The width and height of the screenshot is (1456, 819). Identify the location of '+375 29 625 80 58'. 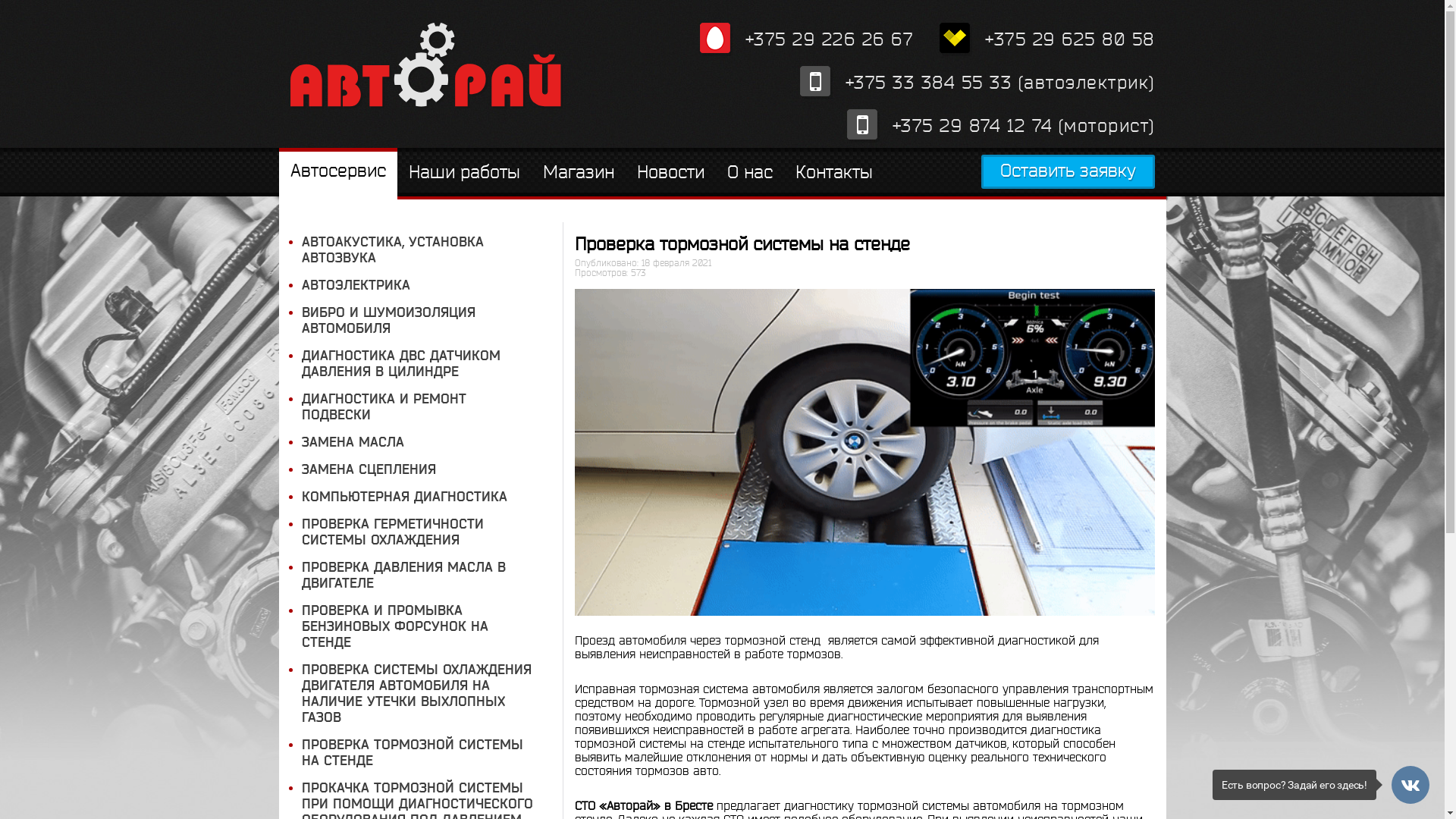
(1046, 38).